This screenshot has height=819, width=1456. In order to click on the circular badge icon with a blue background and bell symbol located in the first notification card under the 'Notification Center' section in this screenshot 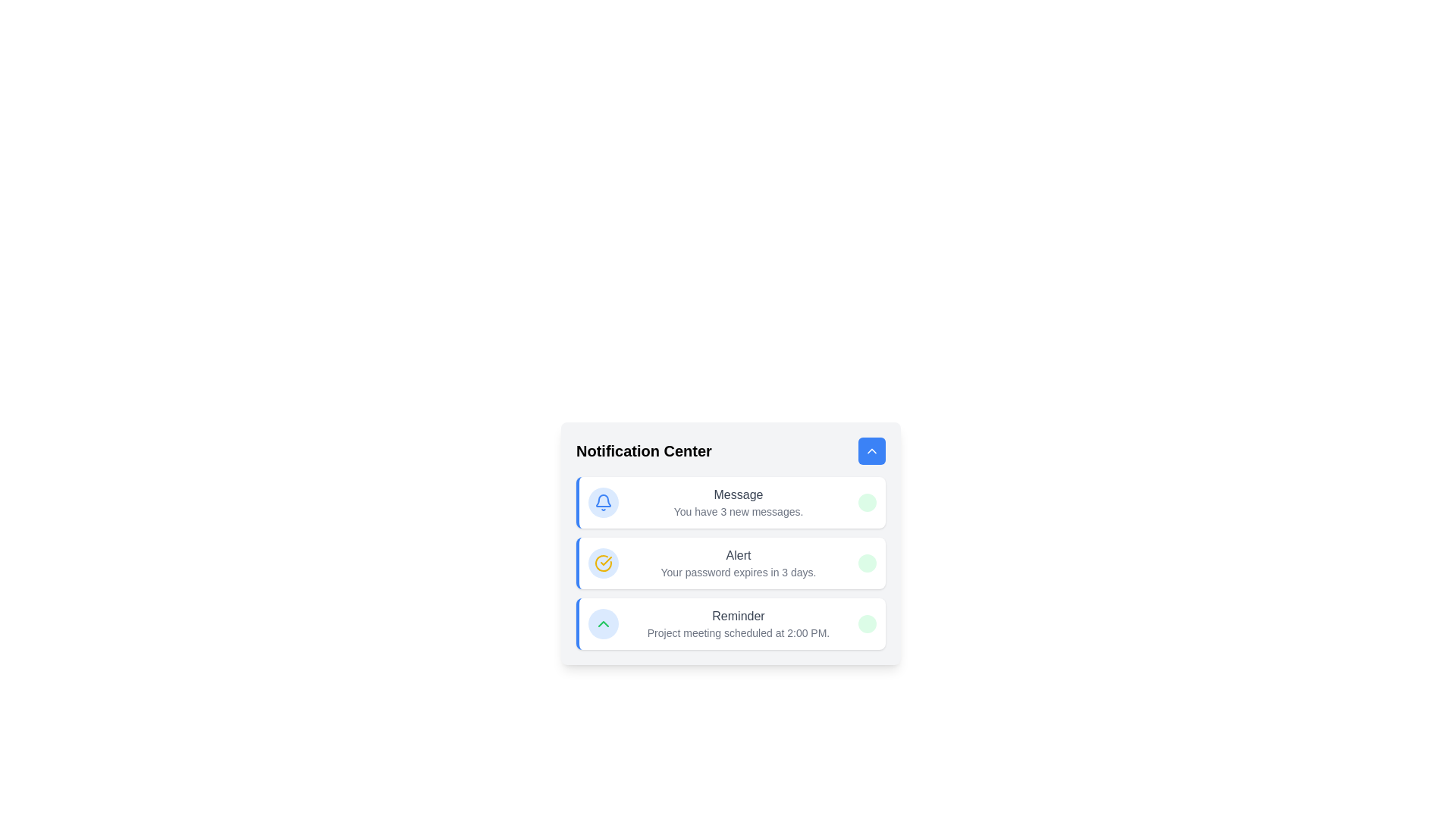, I will do `click(603, 503)`.